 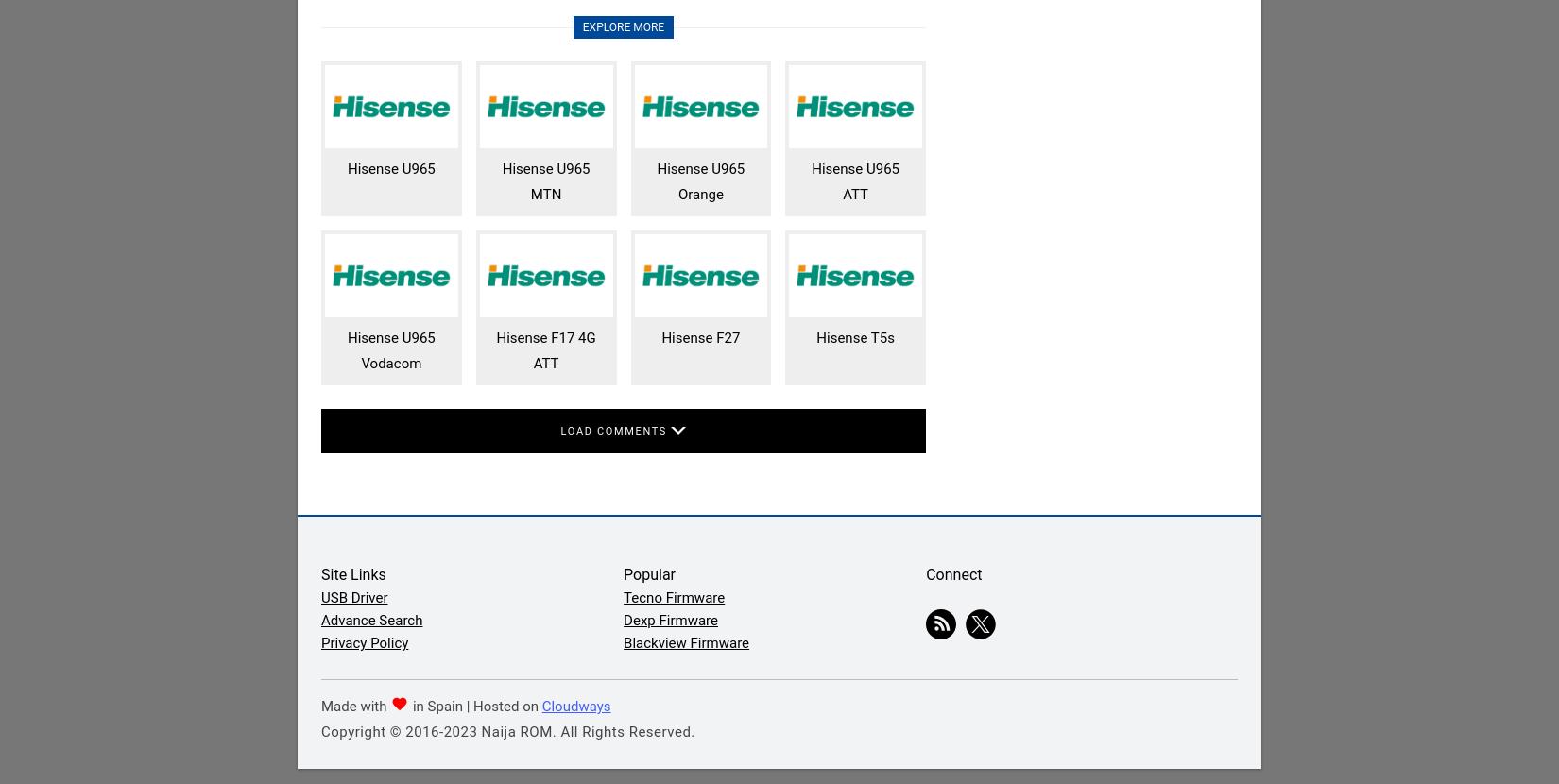 What do you see at coordinates (389, 350) in the screenshot?
I see `'Hisense U965 Vodacom'` at bounding box center [389, 350].